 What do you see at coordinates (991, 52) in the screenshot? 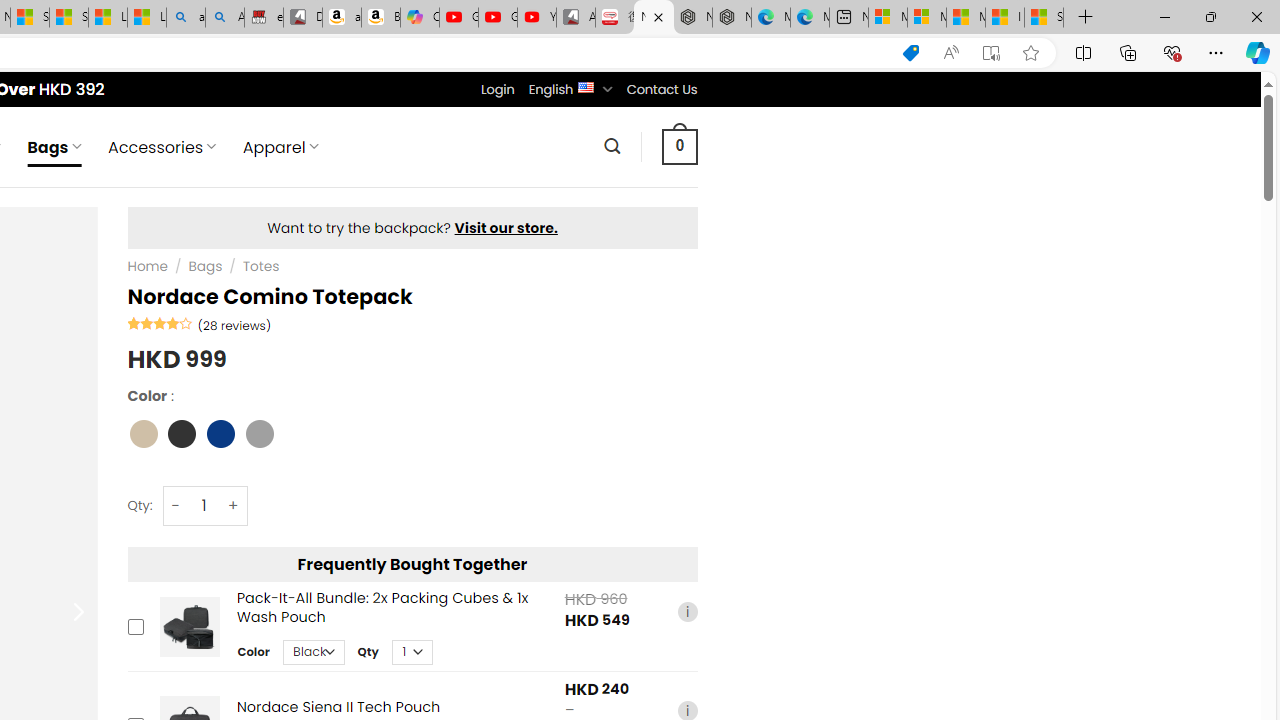
I see `'Enter Immersive Reader (F9)'` at bounding box center [991, 52].